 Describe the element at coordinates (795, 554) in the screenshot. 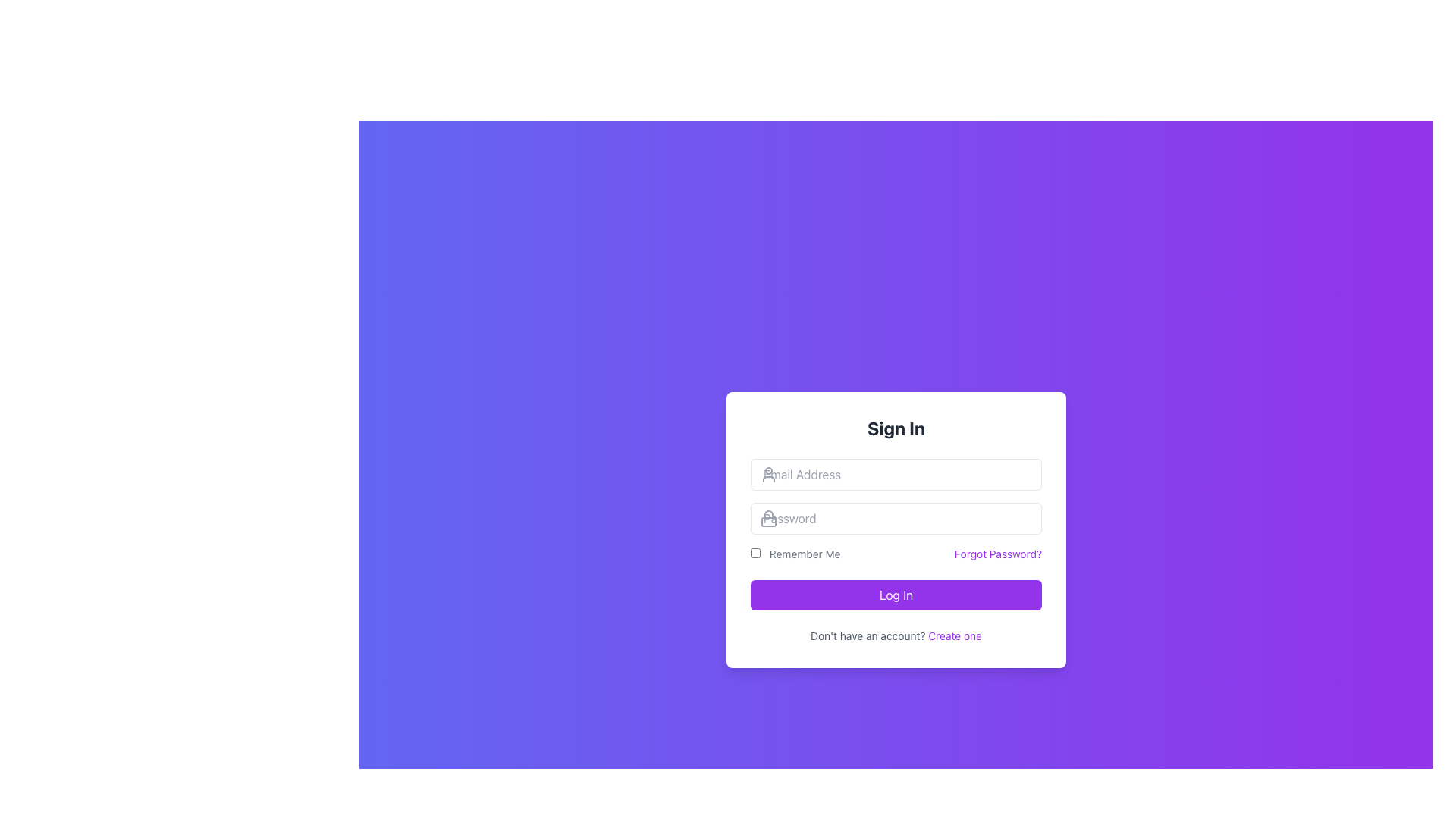

I see `the text label that indicates the purpose of the associated checkbox for remembering the login session, located in the middle section of the login card, center-left area` at that location.